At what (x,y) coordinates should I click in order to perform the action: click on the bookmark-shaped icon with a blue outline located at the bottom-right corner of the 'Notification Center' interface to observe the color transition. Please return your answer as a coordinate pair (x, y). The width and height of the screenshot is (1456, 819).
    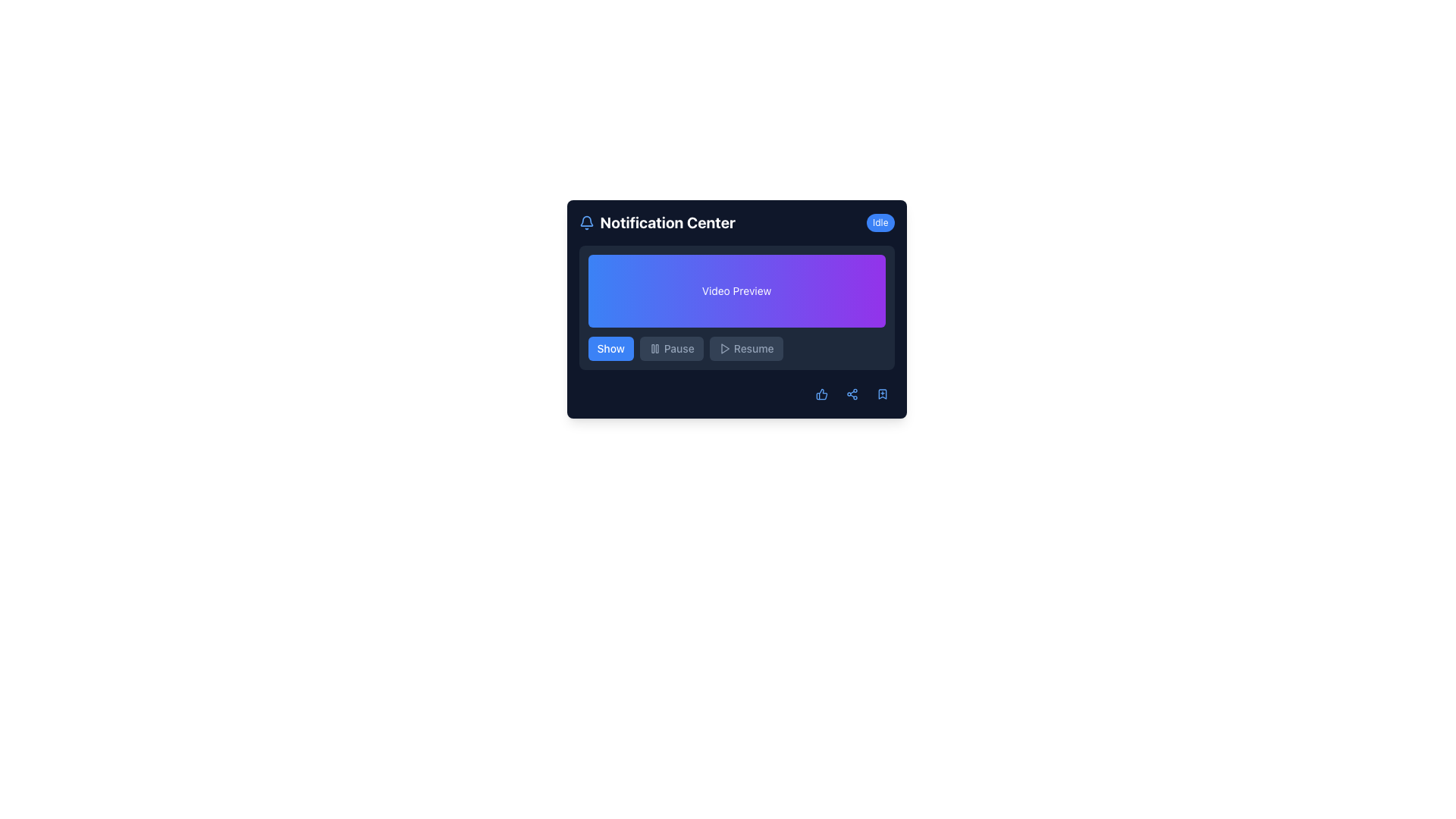
    Looking at the image, I should click on (882, 394).